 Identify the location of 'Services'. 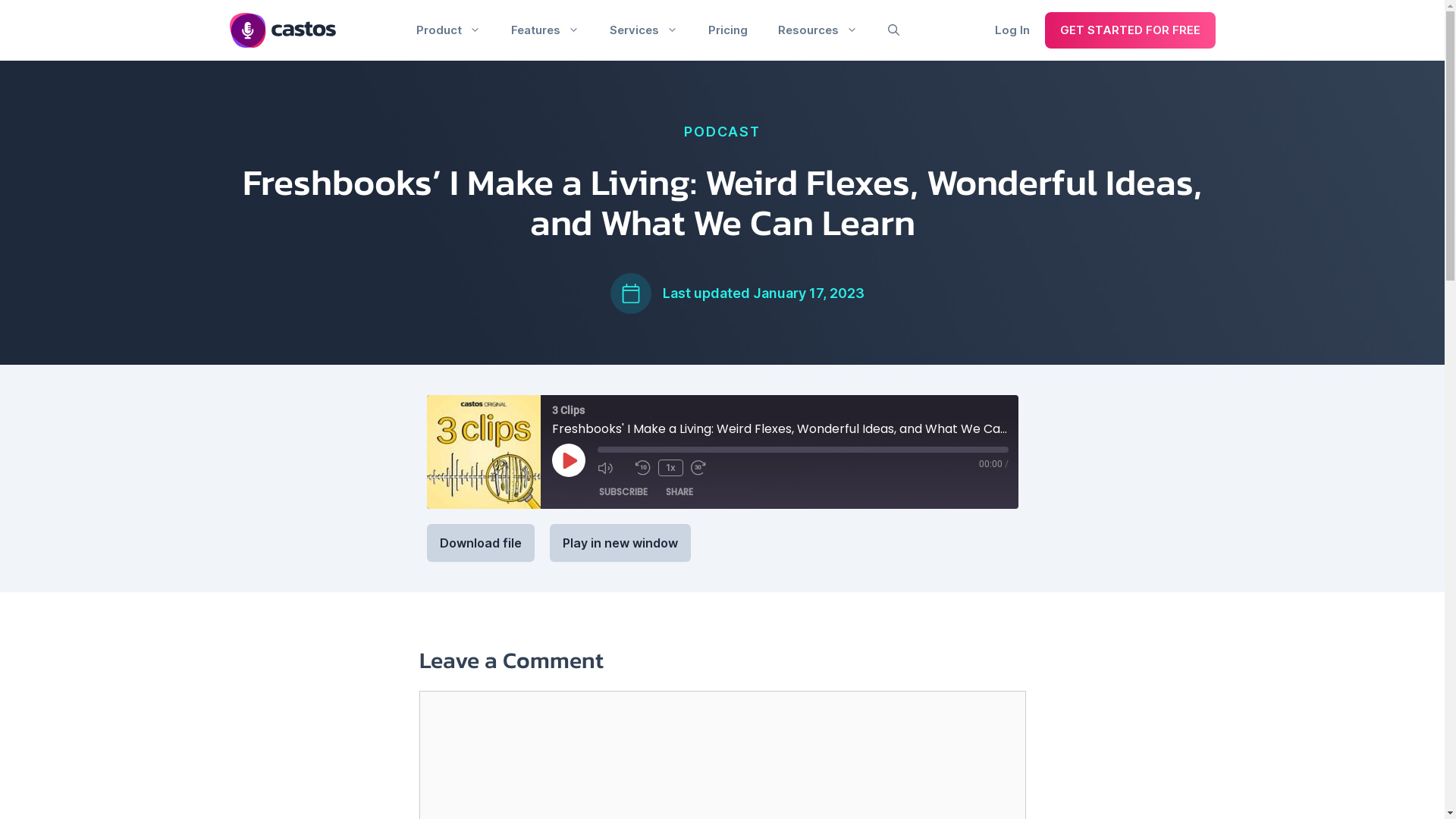
(644, 30).